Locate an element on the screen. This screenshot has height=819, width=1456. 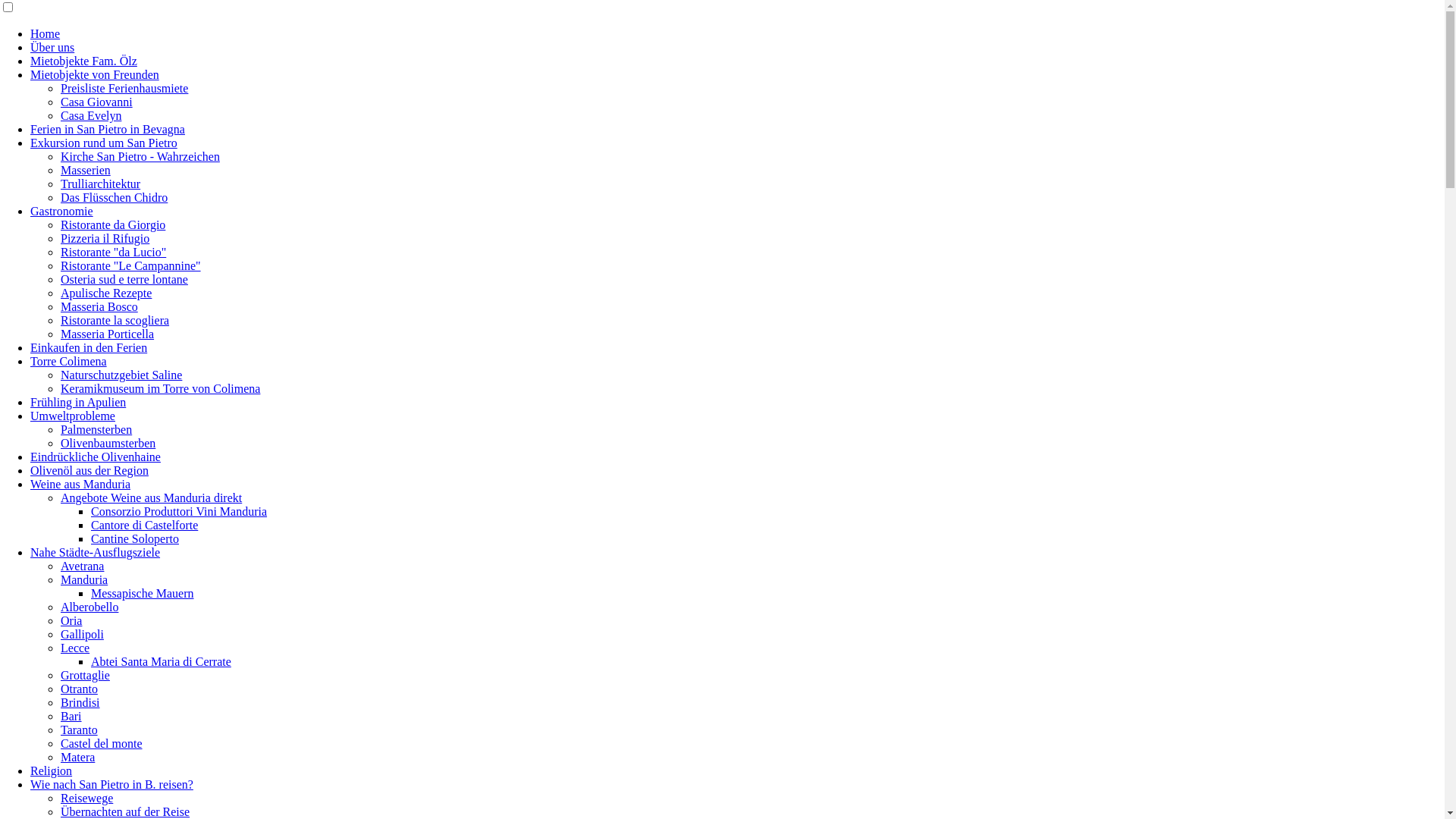
'Ferien in San Pietro in Bevagna' is located at coordinates (30, 128).